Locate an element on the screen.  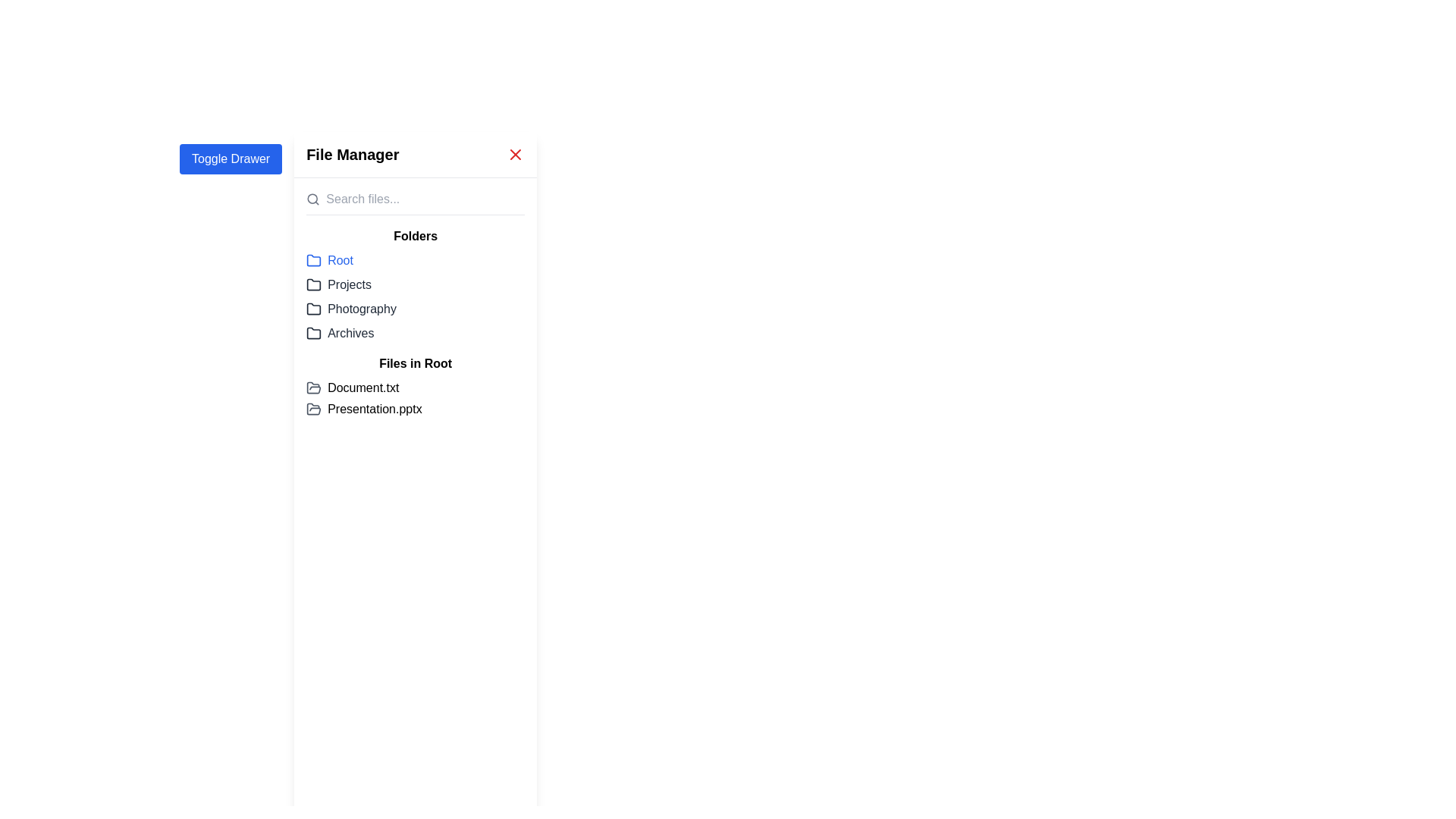
the 'Root' folder item located in the 'Folders' section of the 'File Manager' panel is located at coordinates (415, 259).